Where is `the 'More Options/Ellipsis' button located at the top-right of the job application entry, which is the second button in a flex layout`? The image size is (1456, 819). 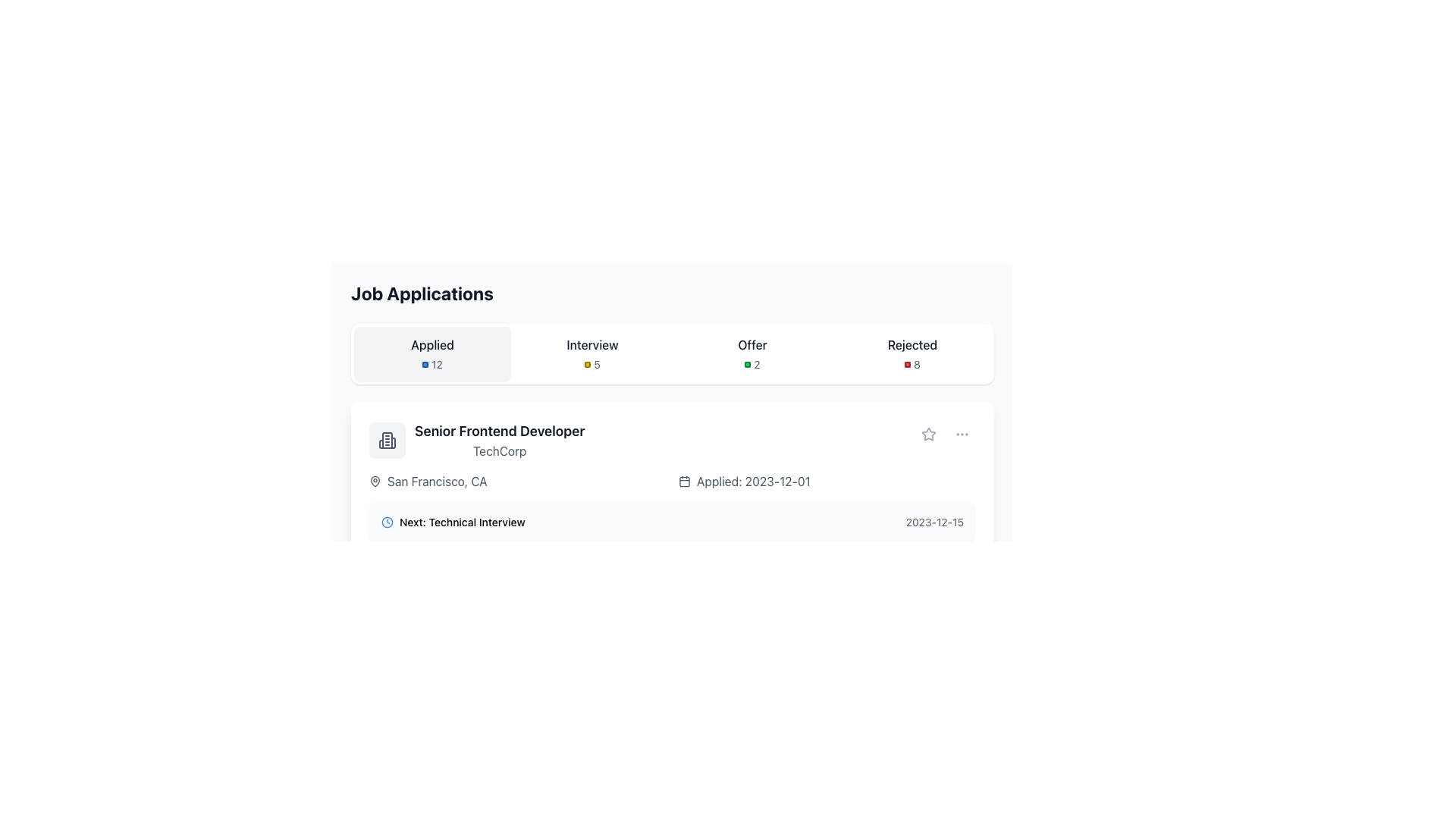
the 'More Options/Ellipsis' button located at the top-right of the job application entry, which is the second button in a flex layout is located at coordinates (961, 435).